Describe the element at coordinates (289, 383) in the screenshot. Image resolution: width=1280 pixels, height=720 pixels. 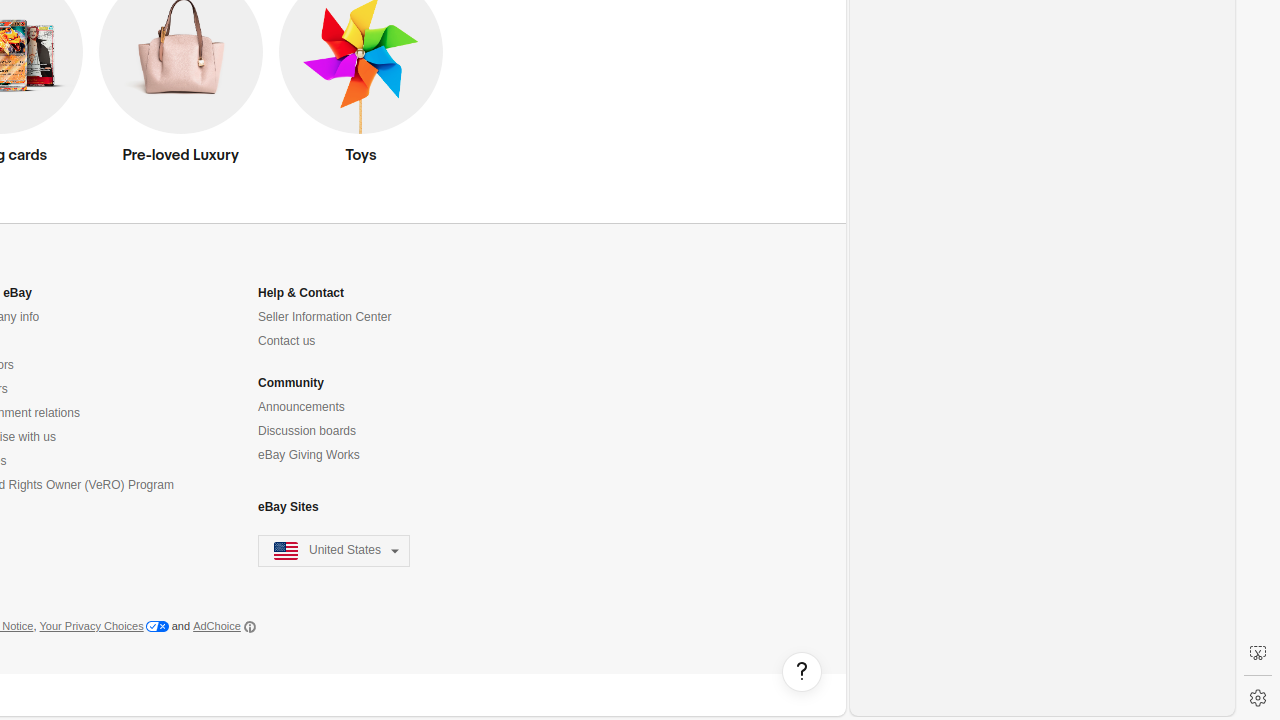
I see `'Community'` at that location.